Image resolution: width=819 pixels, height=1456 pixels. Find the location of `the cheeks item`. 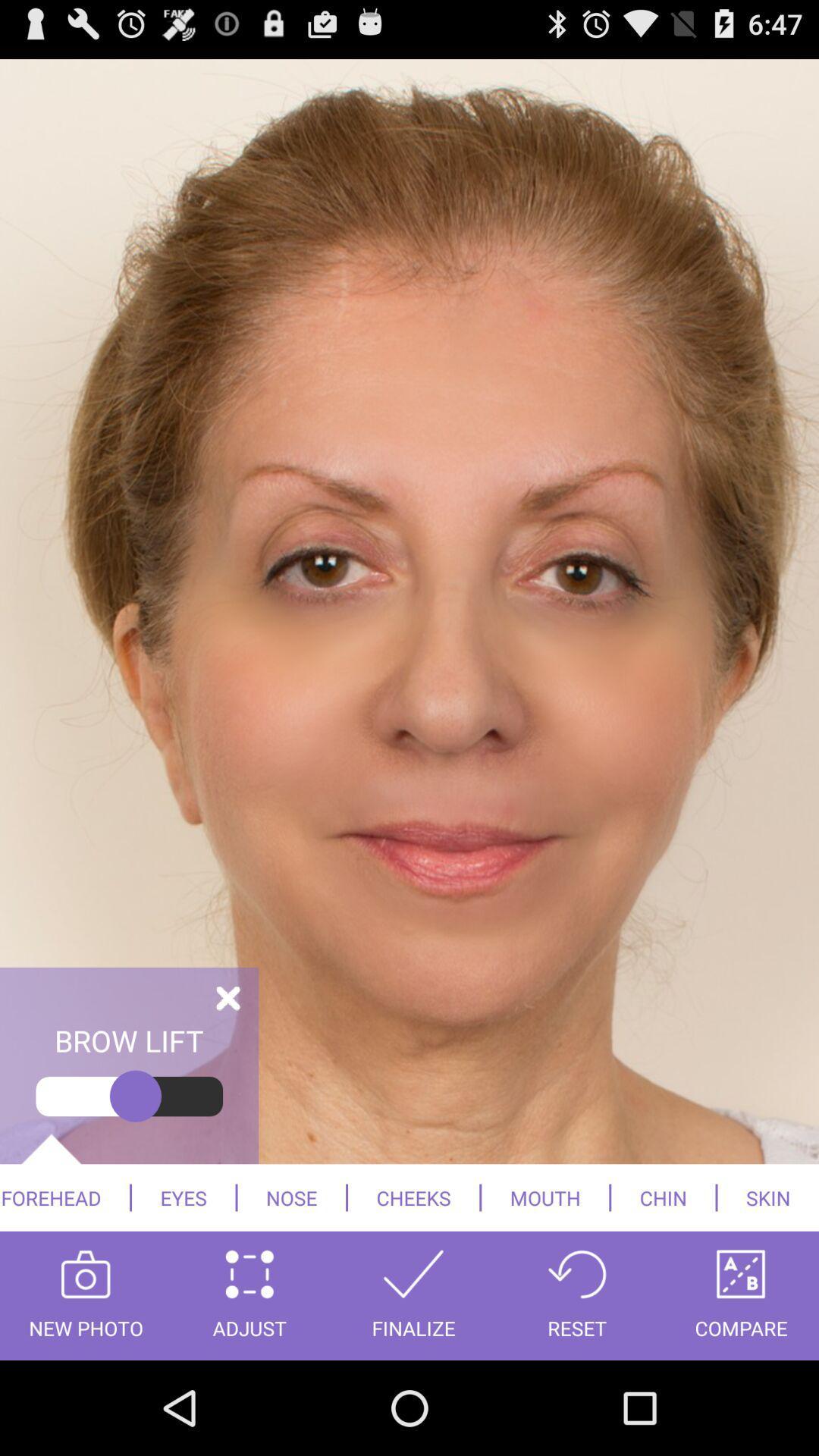

the cheeks item is located at coordinates (413, 1197).